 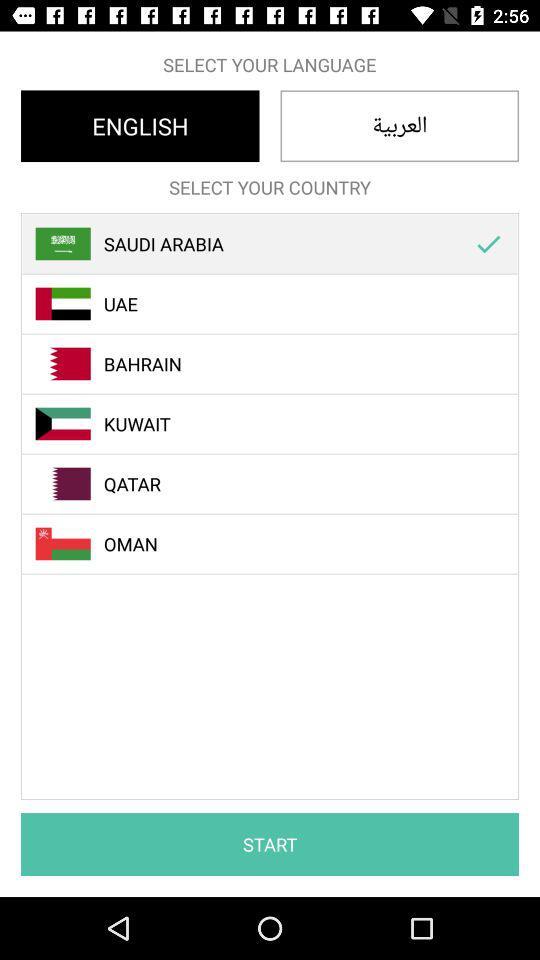 I want to click on item below kuwait item, so click(x=280, y=483).